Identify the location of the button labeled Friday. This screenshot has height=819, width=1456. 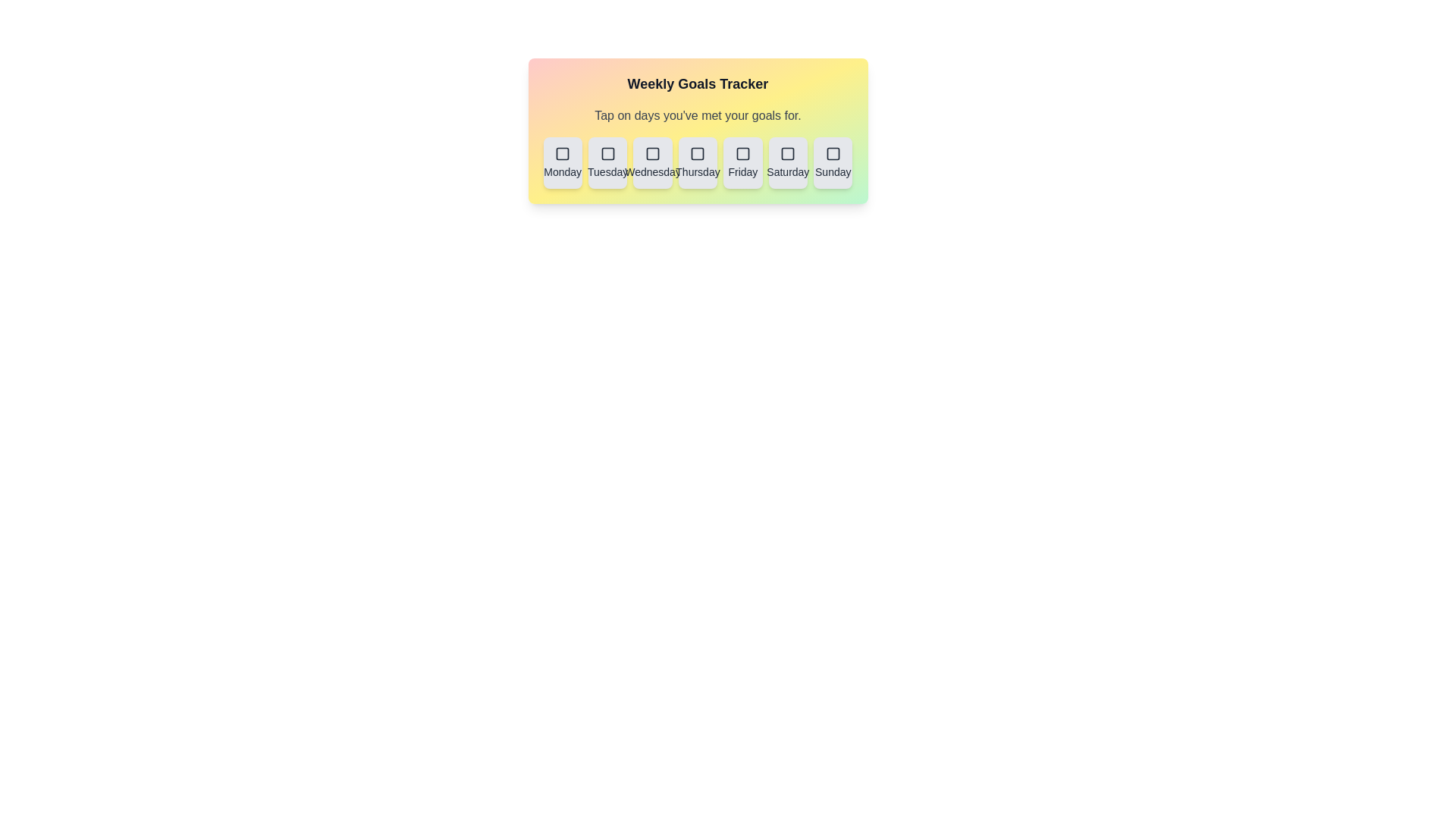
(742, 163).